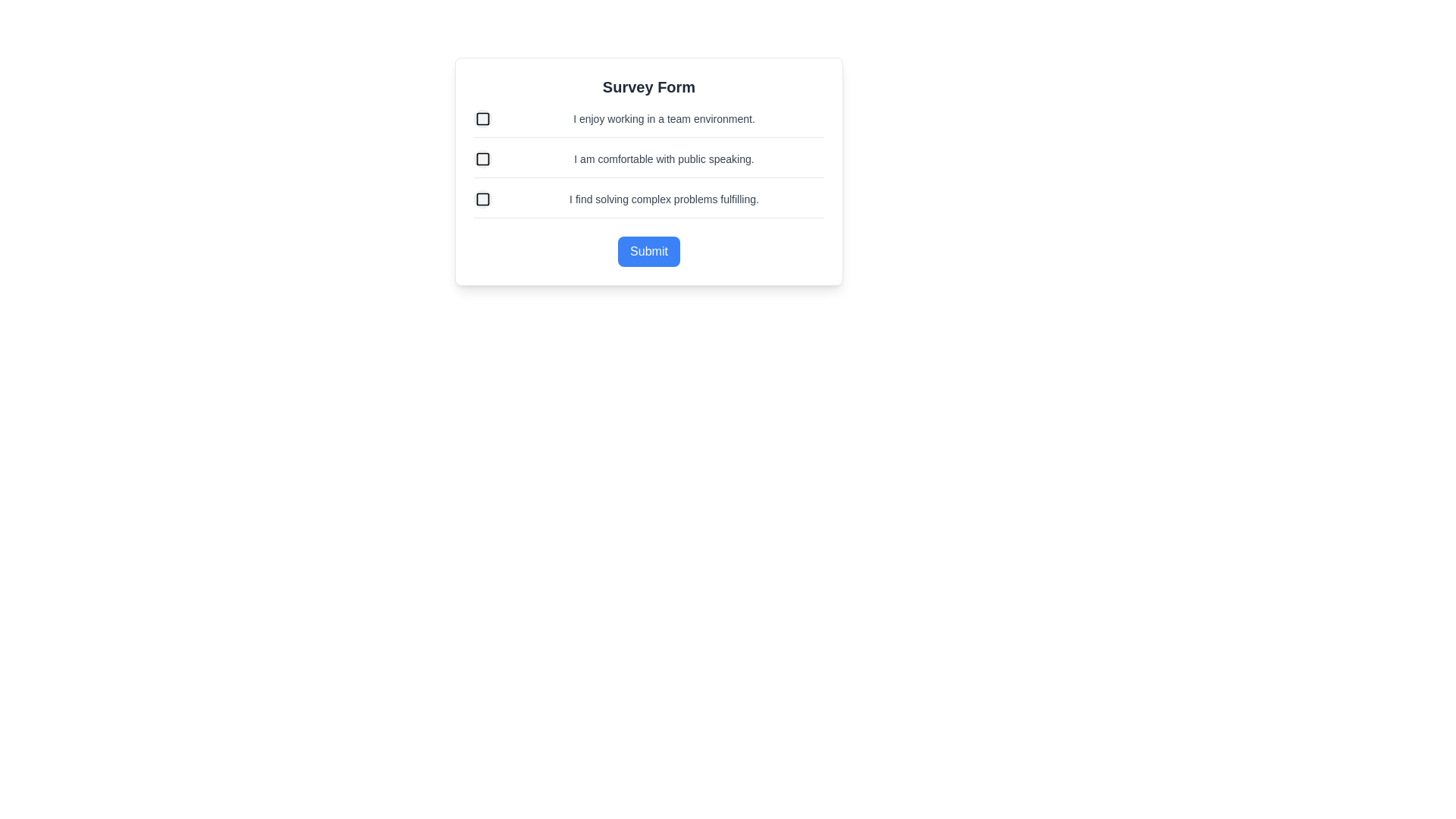 Image resolution: width=1456 pixels, height=819 pixels. I want to click on the checkbox indicator located in the second row of the survey form, directly to the left of the text 'I am comfortable with public speaking.', so click(482, 158).